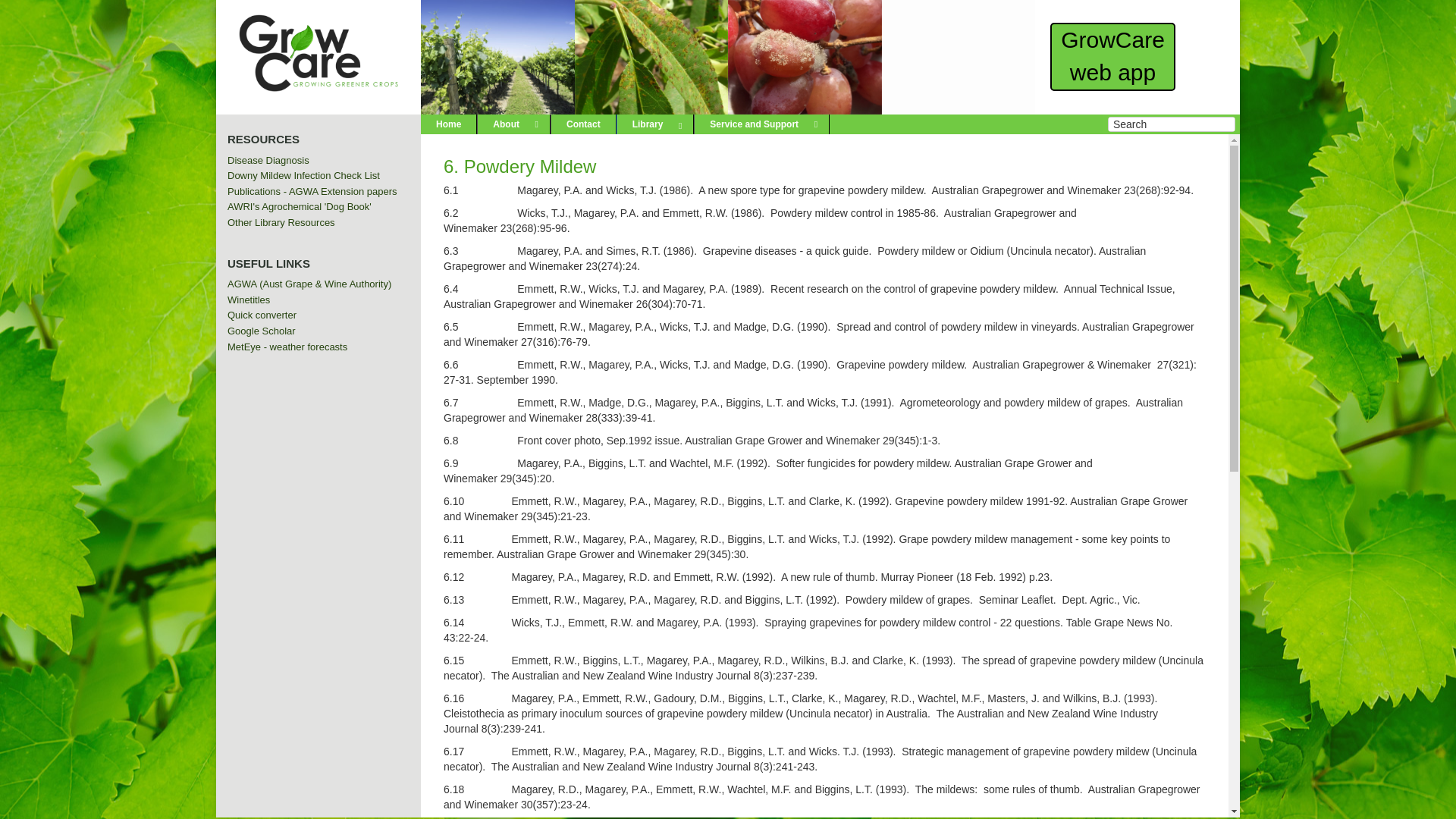 This screenshot has width=1456, height=819. I want to click on 'Winetitles', so click(248, 300).